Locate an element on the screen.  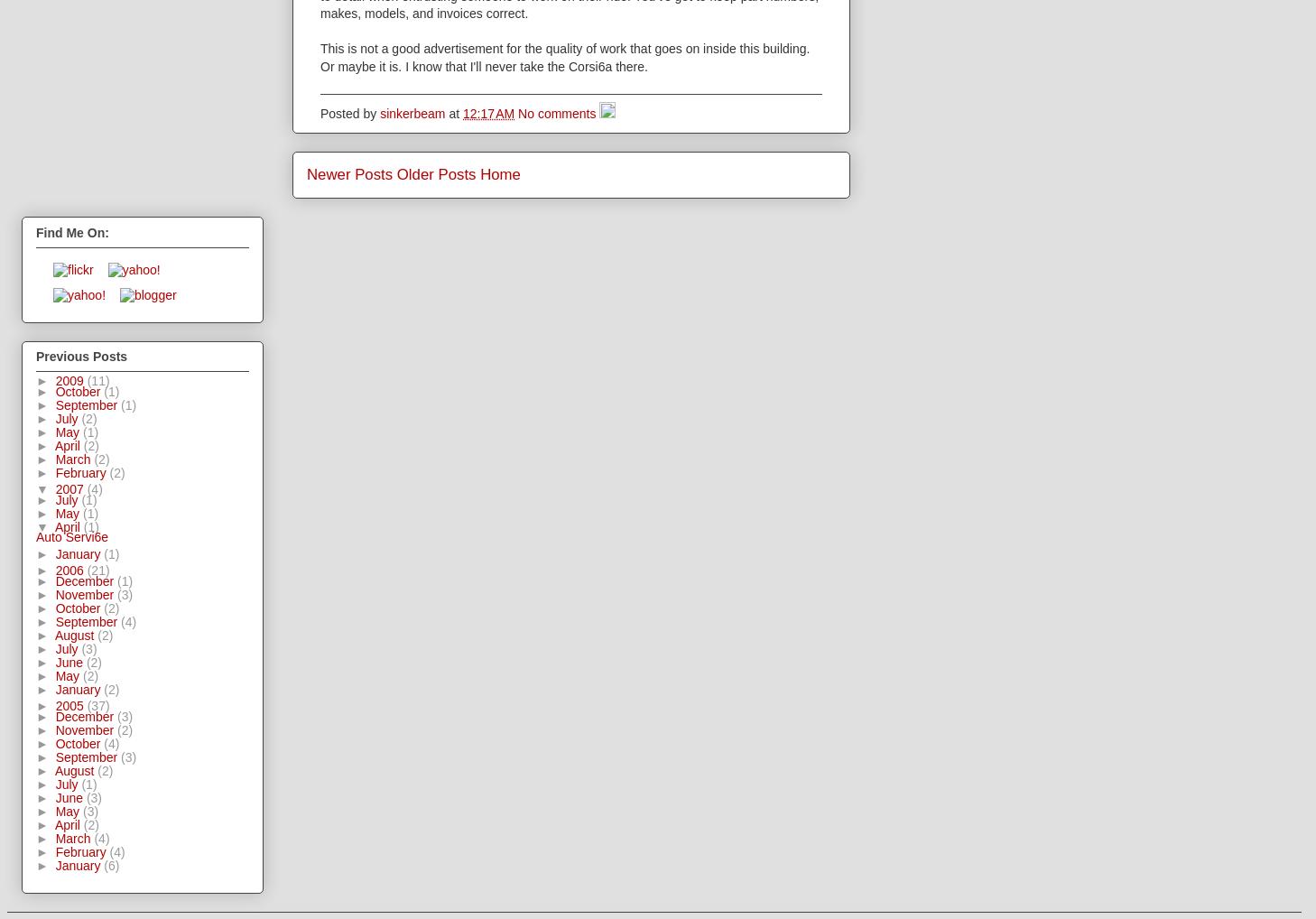
'(37)' is located at coordinates (97, 706).